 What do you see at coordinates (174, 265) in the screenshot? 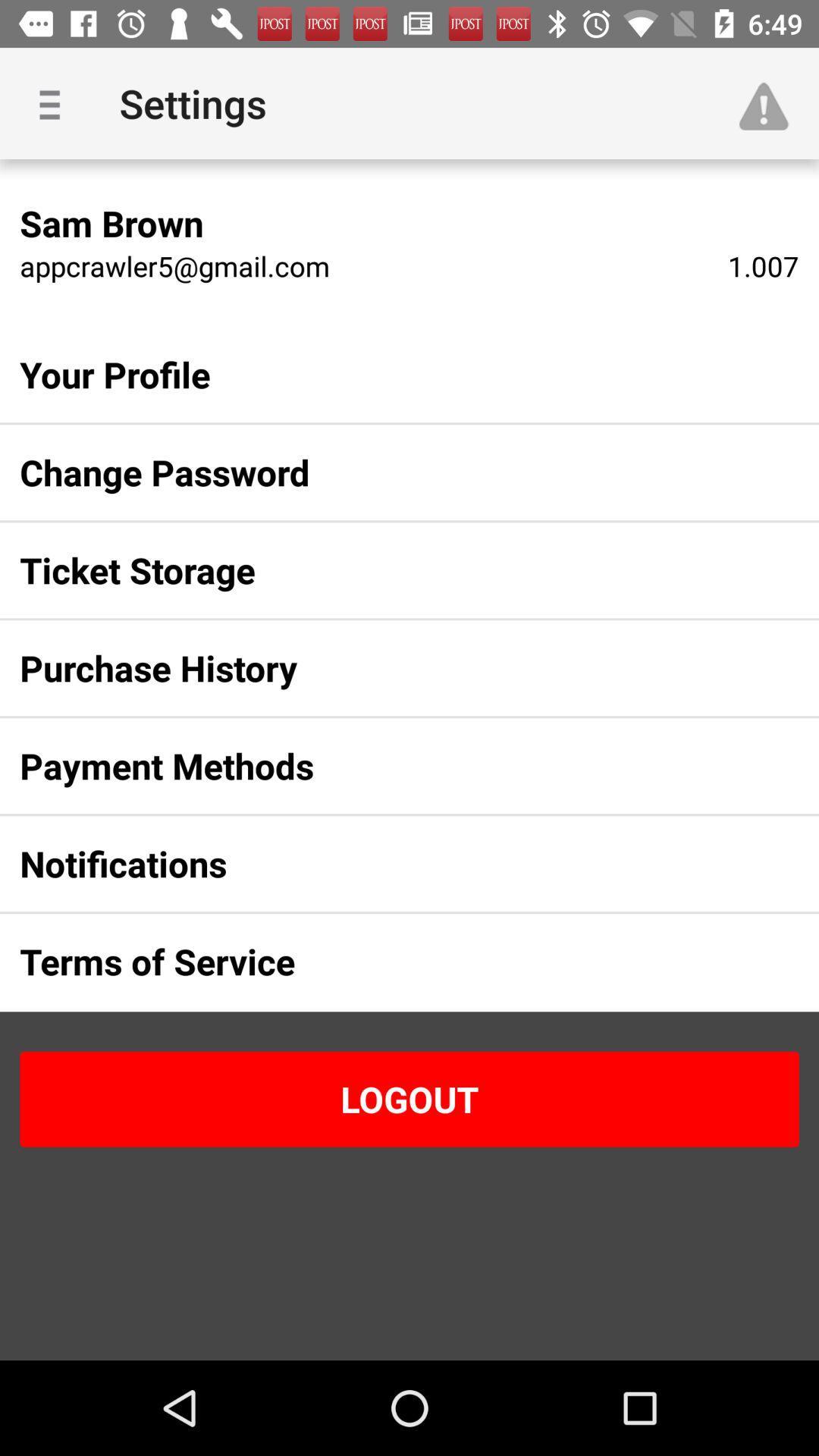
I see `appcrawler5@gmail.com` at bounding box center [174, 265].